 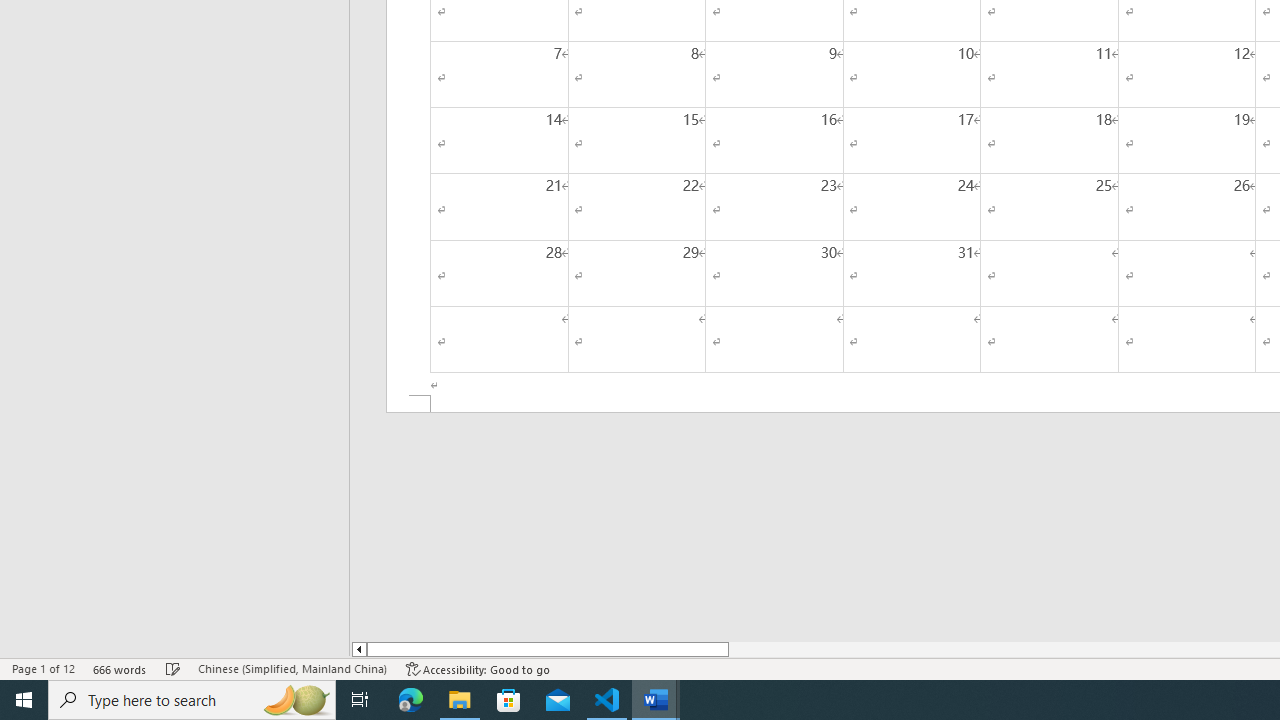 What do you see at coordinates (477, 669) in the screenshot?
I see `'Accessibility Checker Accessibility: Good to go'` at bounding box center [477, 669].